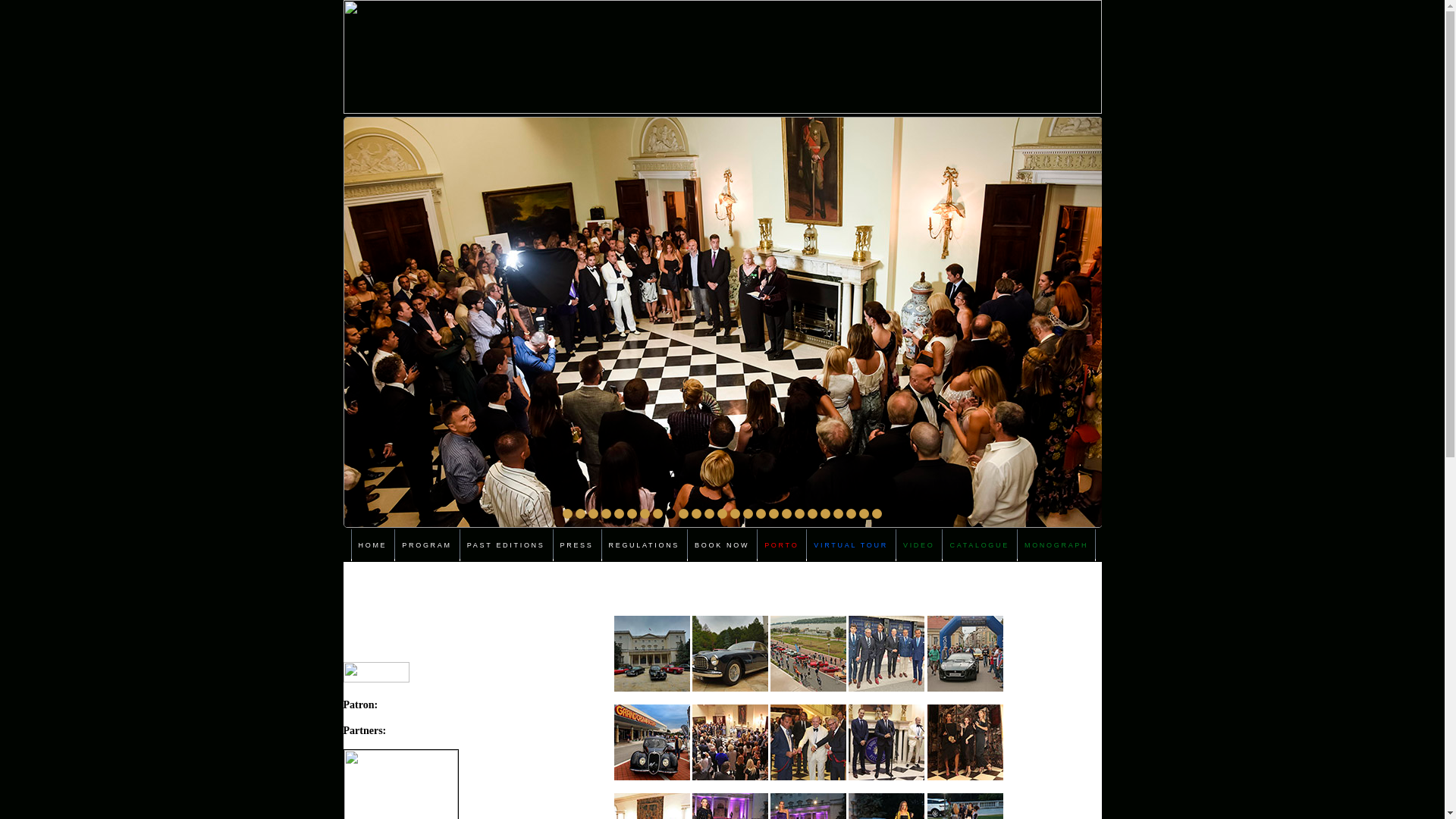 The width and height of the screenshot is (1456, 819). I want to click on 'CATALOGUE', so click(979, 544).